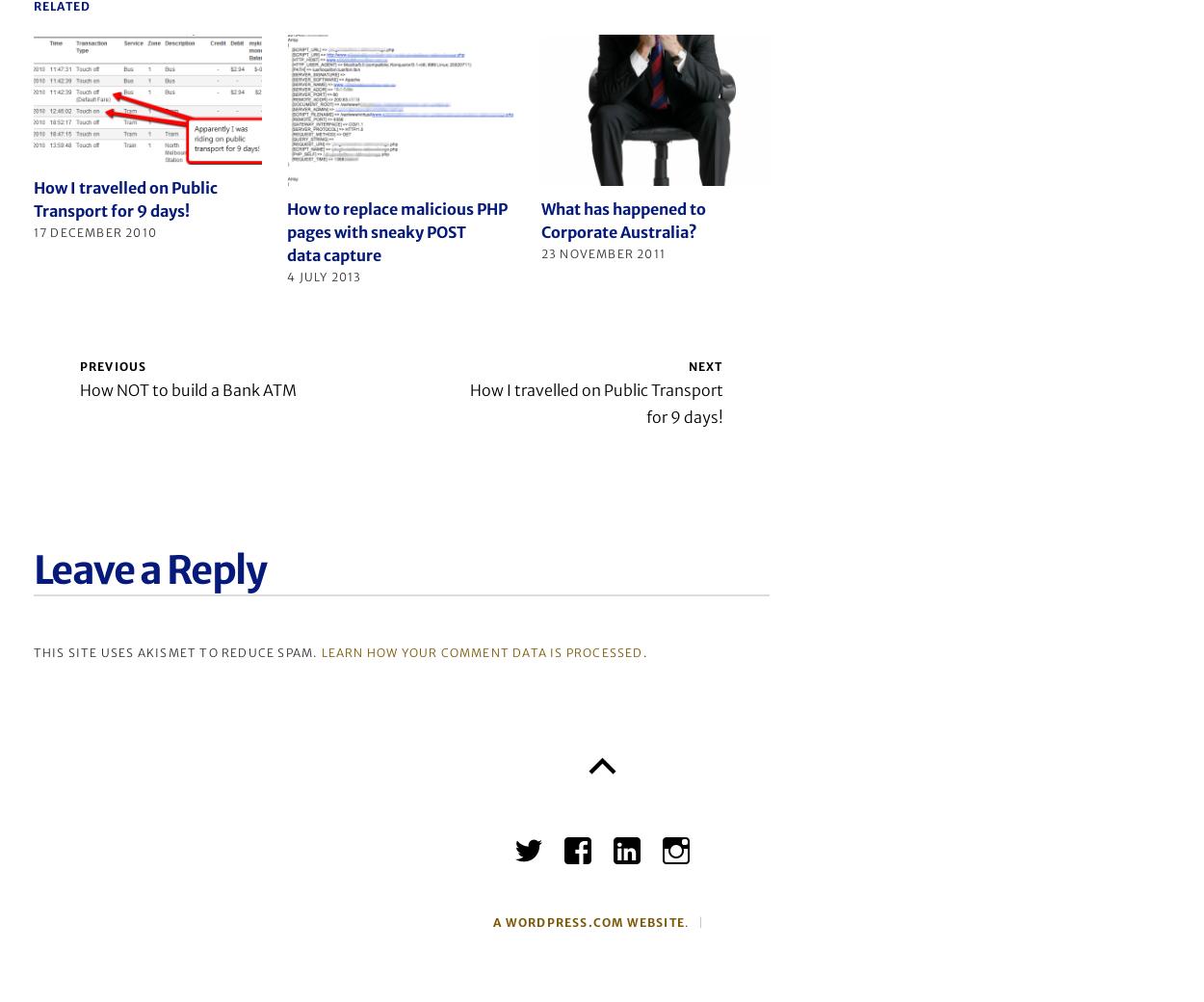 Image resolution: width=1204 pixels, height=1002 pixels. What do you see at coordinates (148, 568) in the screenshot?
I see `'Leave a Reply'` at bounding box center [148, 568].